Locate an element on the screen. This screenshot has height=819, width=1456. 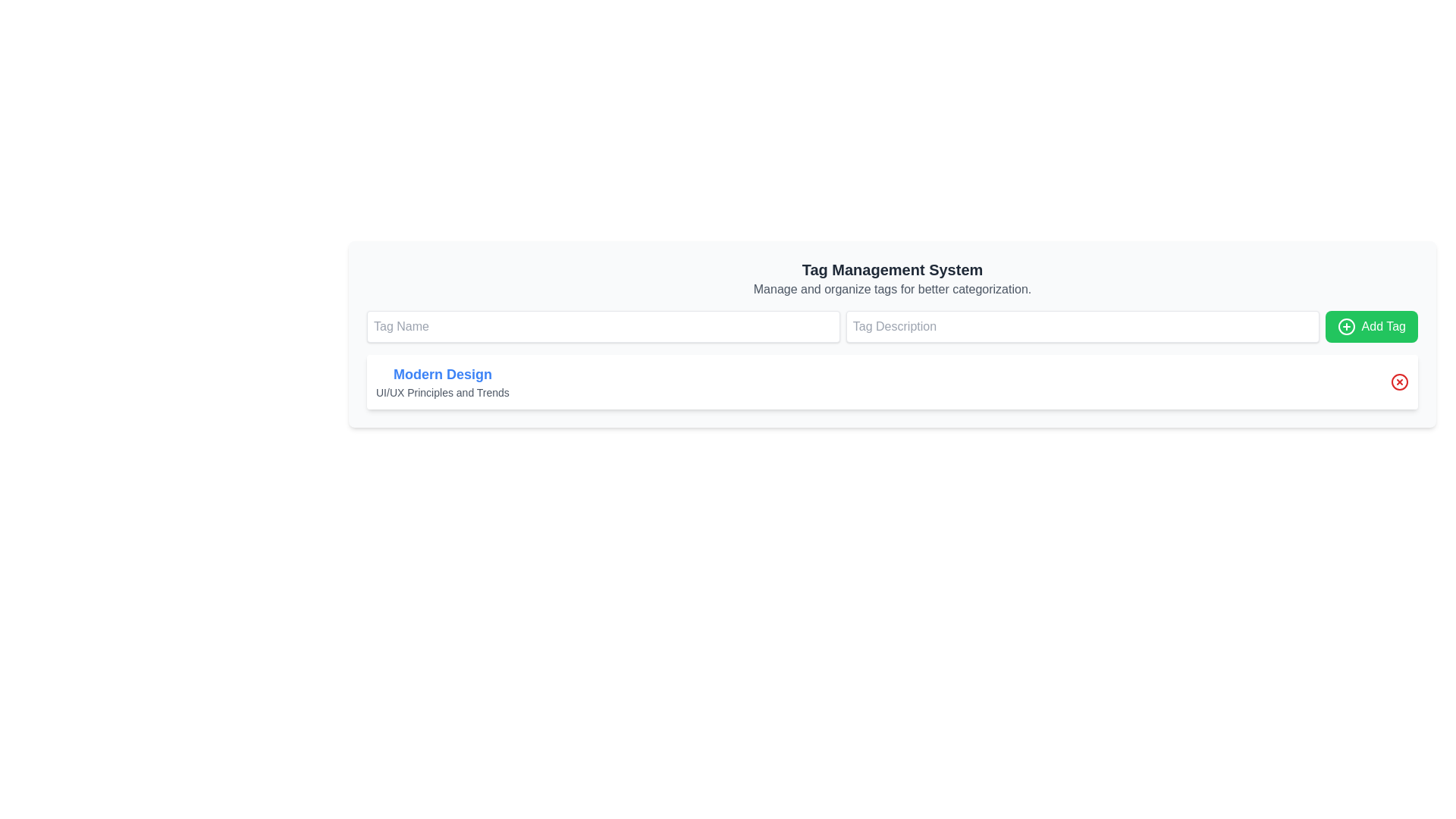
the descriptive text label located below the 'Modern Design' title, which is smaller and gray in color is located at coordinates (441, 391).